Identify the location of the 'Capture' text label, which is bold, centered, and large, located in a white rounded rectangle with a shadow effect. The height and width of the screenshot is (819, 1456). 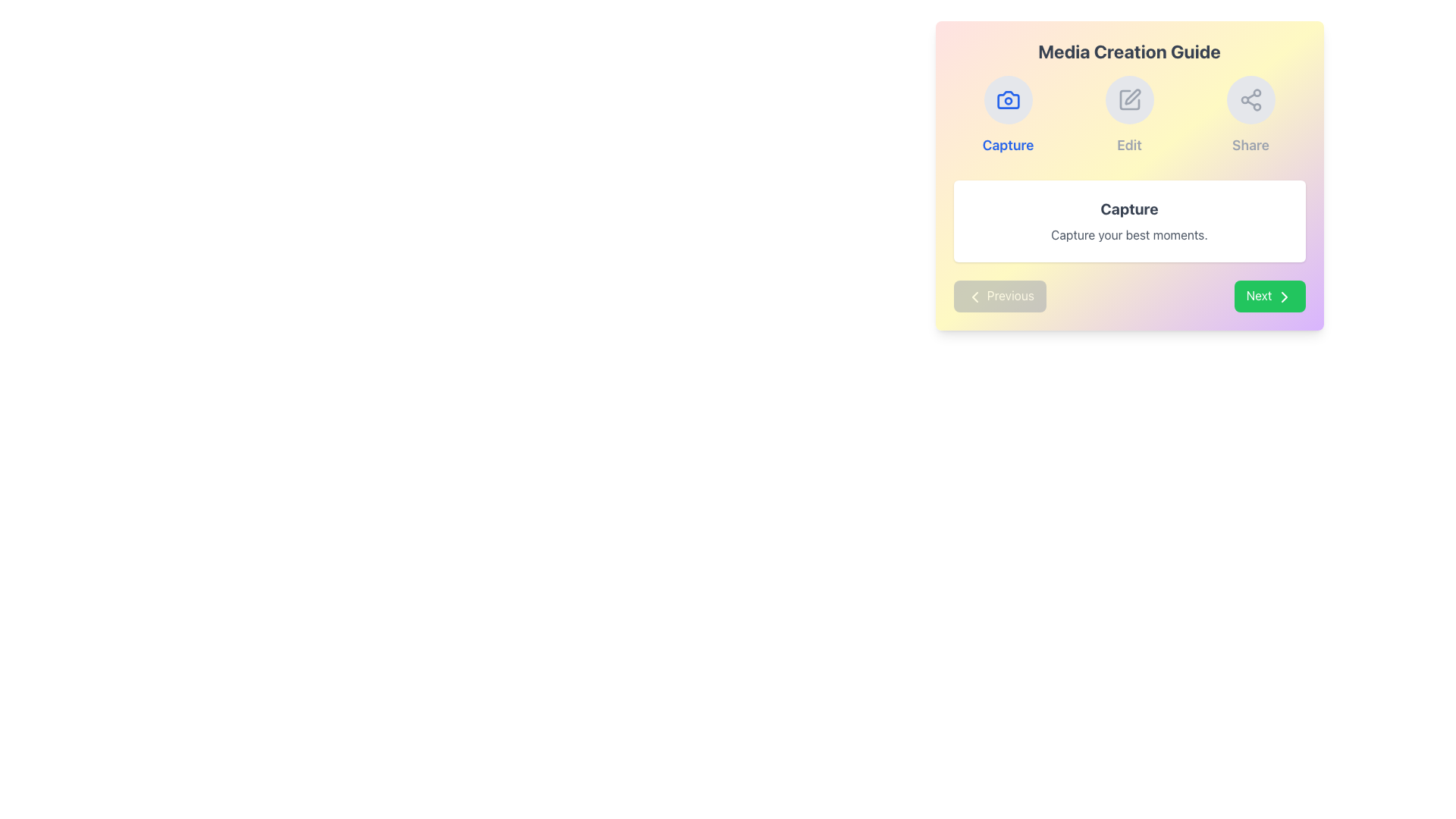
(1129, 209).